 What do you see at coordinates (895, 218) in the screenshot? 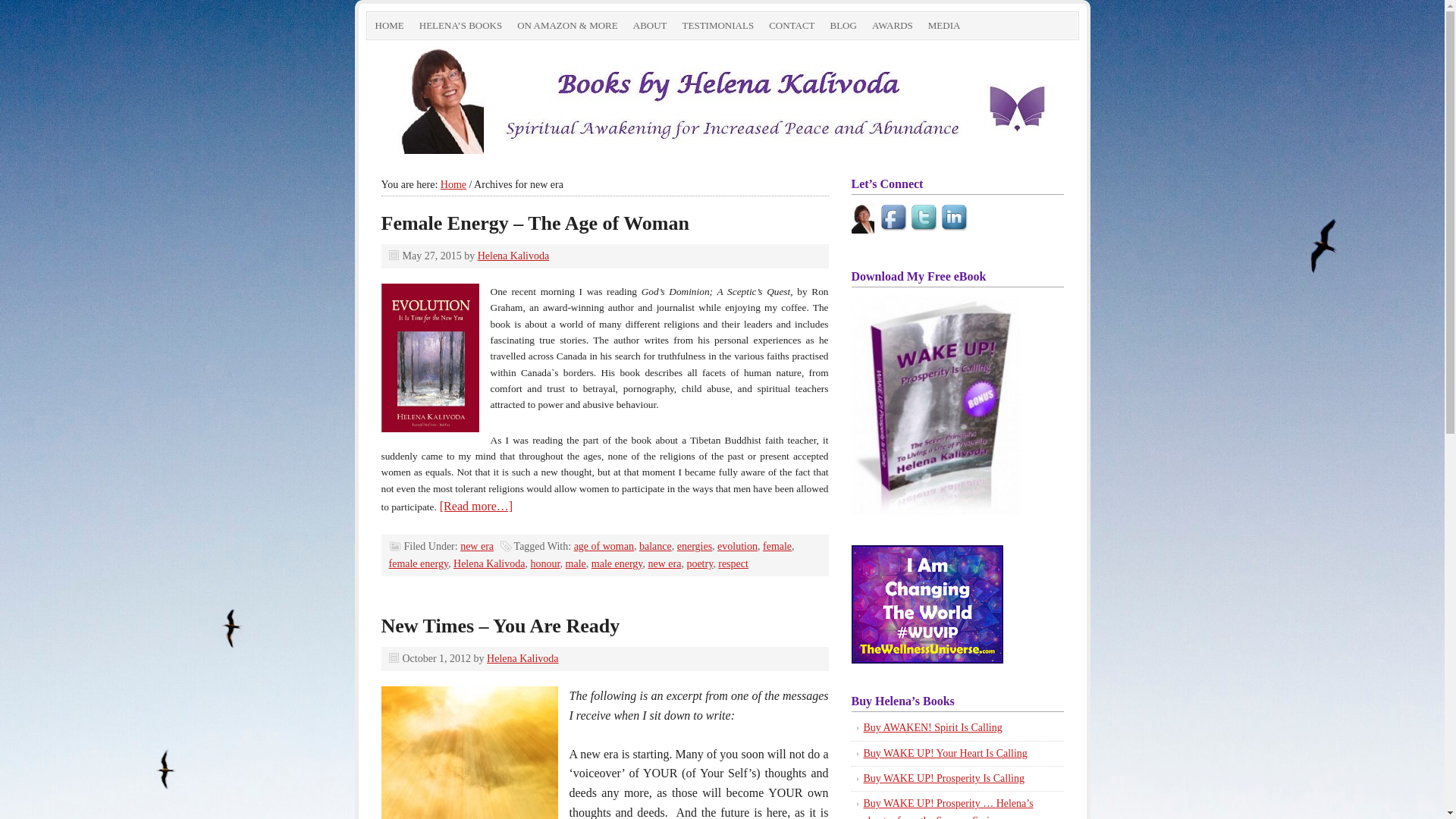
I see `'facebook'` at bounding box center [895, 218].